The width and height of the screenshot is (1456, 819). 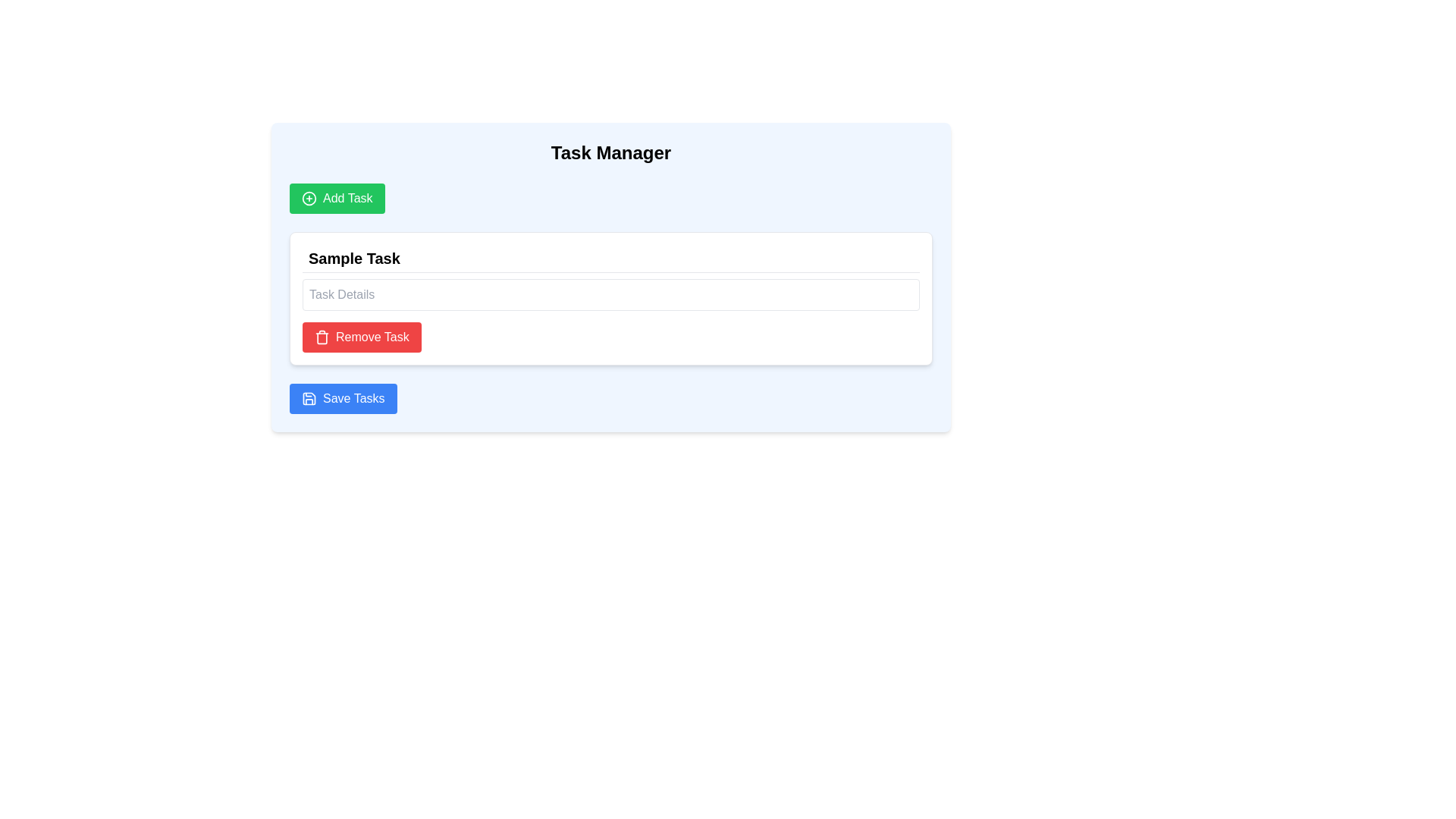 What do you see at coordinates (309, 397) in the screenshot?
I see `the floppy disk icon used for saving tasks, located within the 'Save Tasks' button at the bottom of the interface` at bounding box center [309, 397].